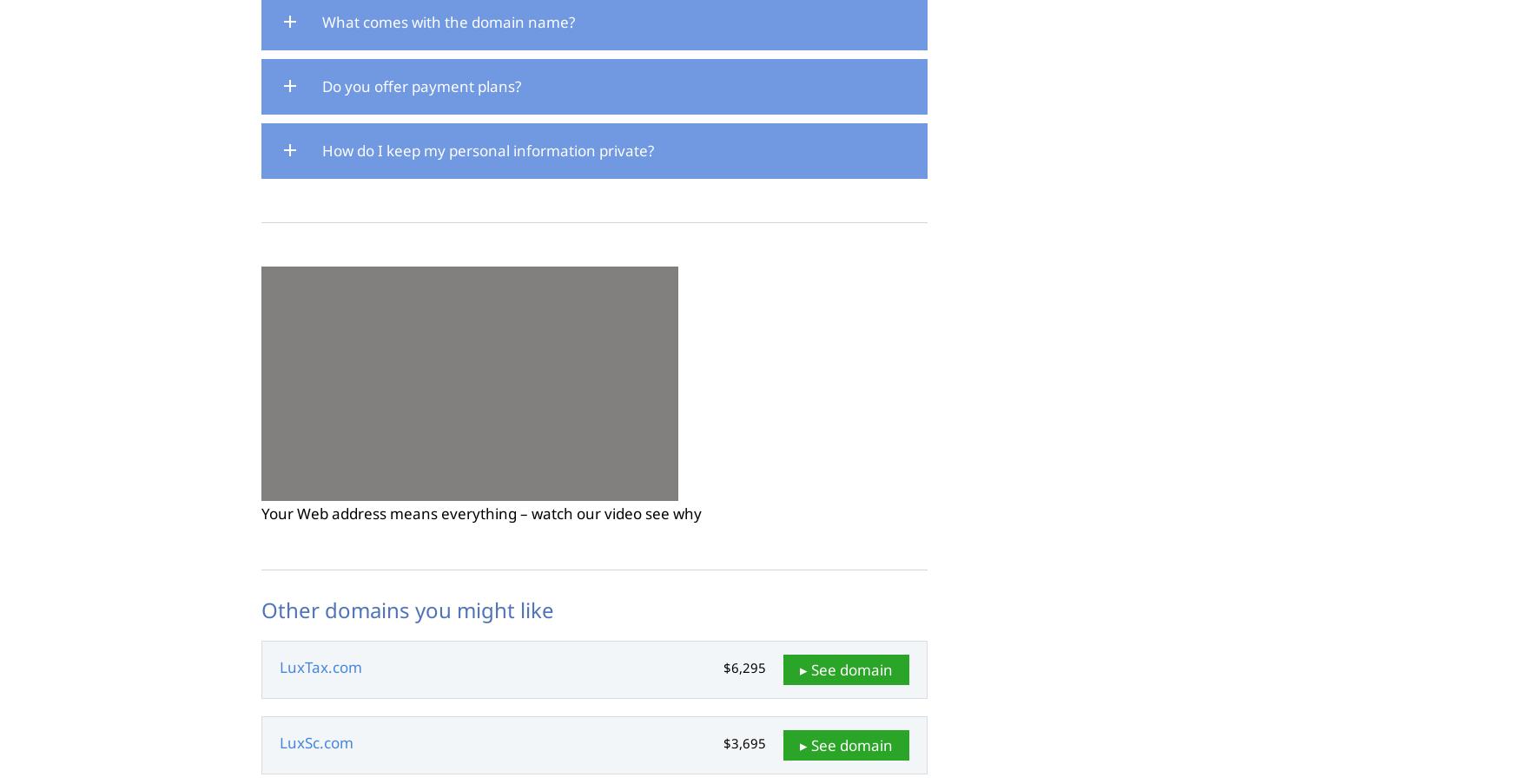  I want to click on 'How do I keep my personal information private?', so click(322, 148).